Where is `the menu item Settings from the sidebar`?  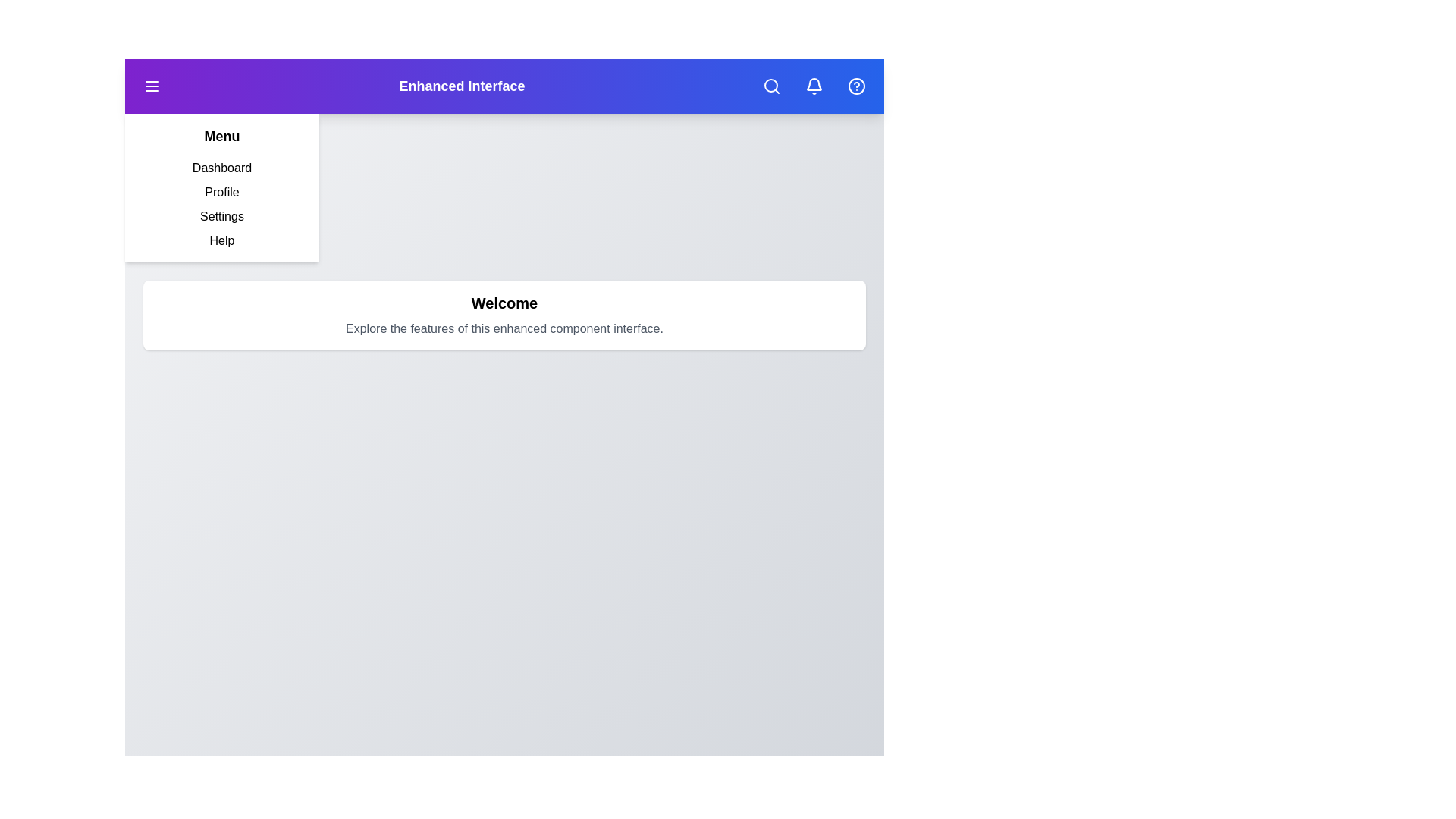
the menu item Settings from the sidebar is located at coordinates (221, 216).